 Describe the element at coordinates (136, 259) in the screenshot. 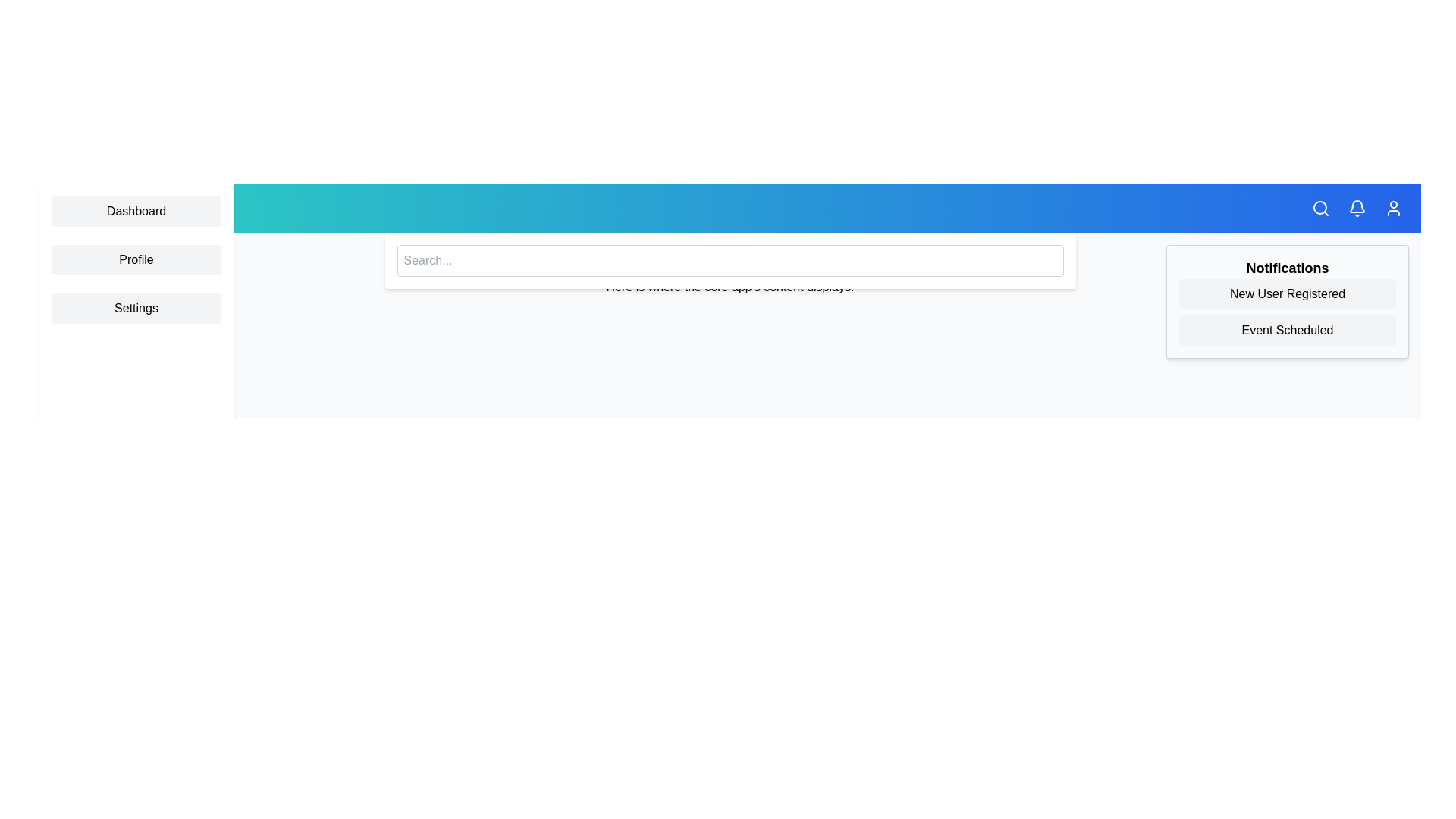

I see `the 'Profile' button, which is the second button in a vertical list of three buttons on the left side of the interface` at that location.